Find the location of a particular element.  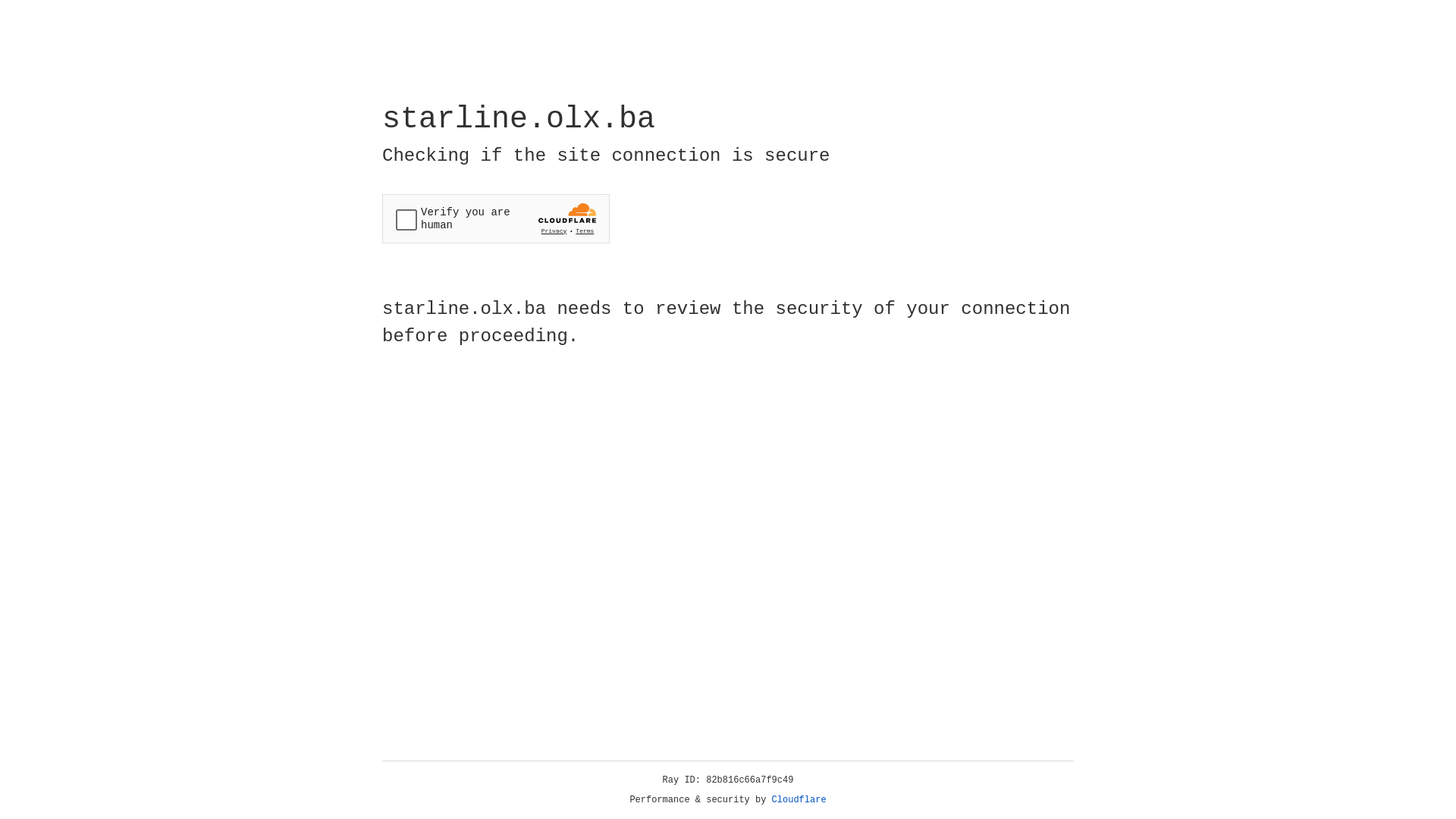

'Widget containing a Cloudflare security challenge' is located at coordinates (495, 218).